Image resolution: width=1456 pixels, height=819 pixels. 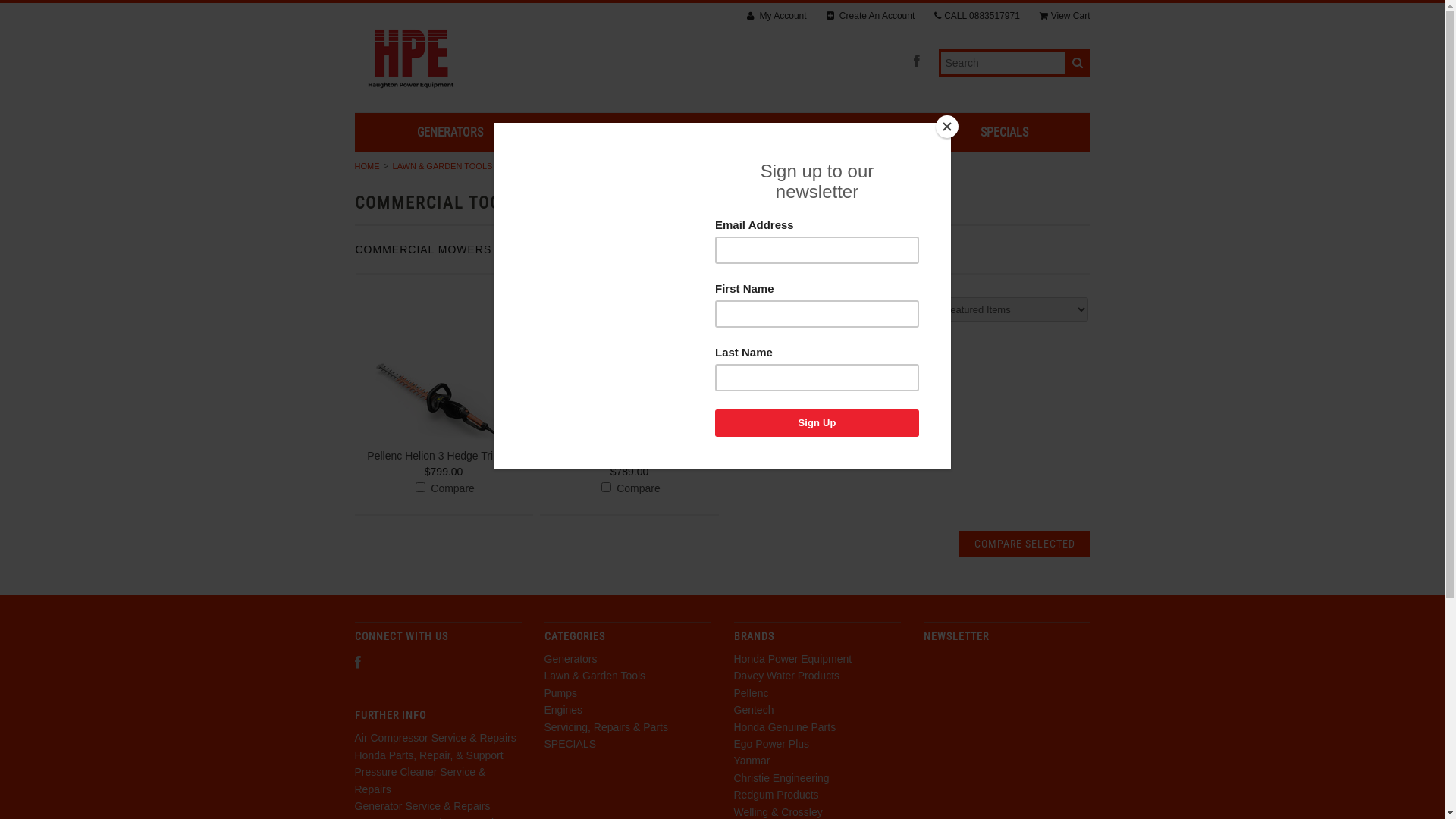 What do you see at coordinates (422, 248) in the screenshot?
I see `'COMMERCIAL MOWERS'` at bounding box center [422, 248].